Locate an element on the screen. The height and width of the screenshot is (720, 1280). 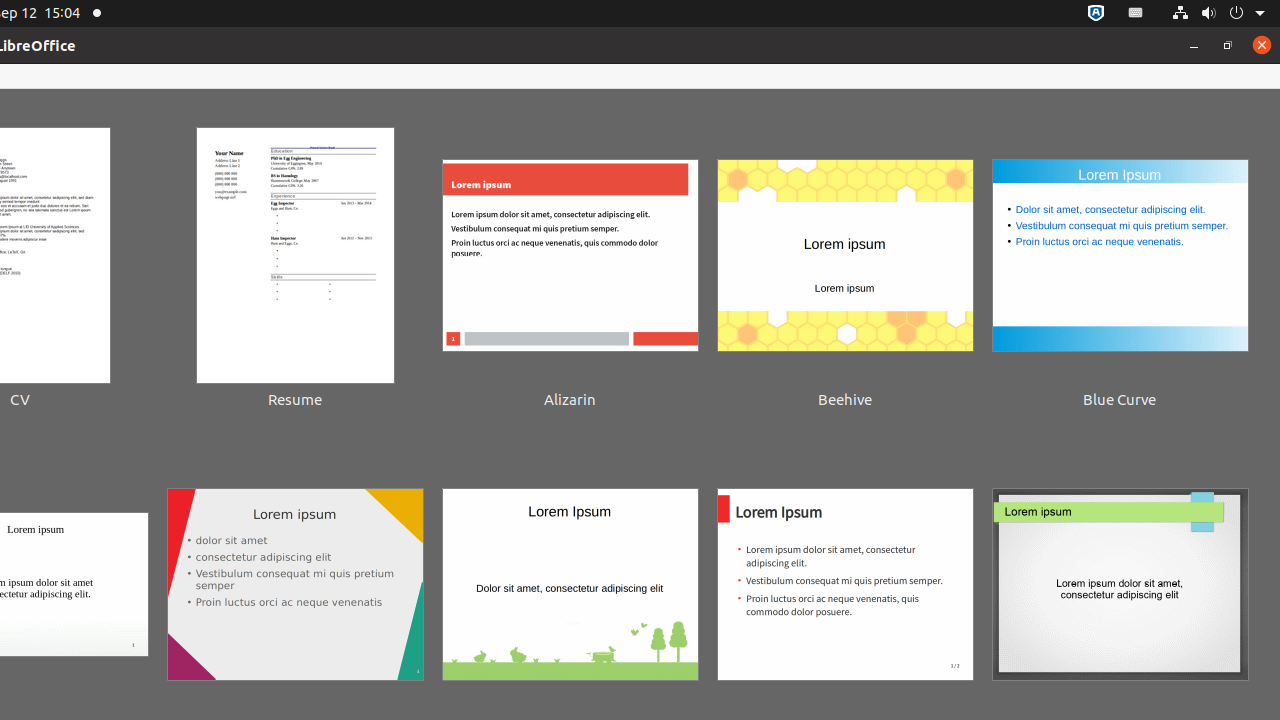
'Resume' is located at coordinates (294, 270).